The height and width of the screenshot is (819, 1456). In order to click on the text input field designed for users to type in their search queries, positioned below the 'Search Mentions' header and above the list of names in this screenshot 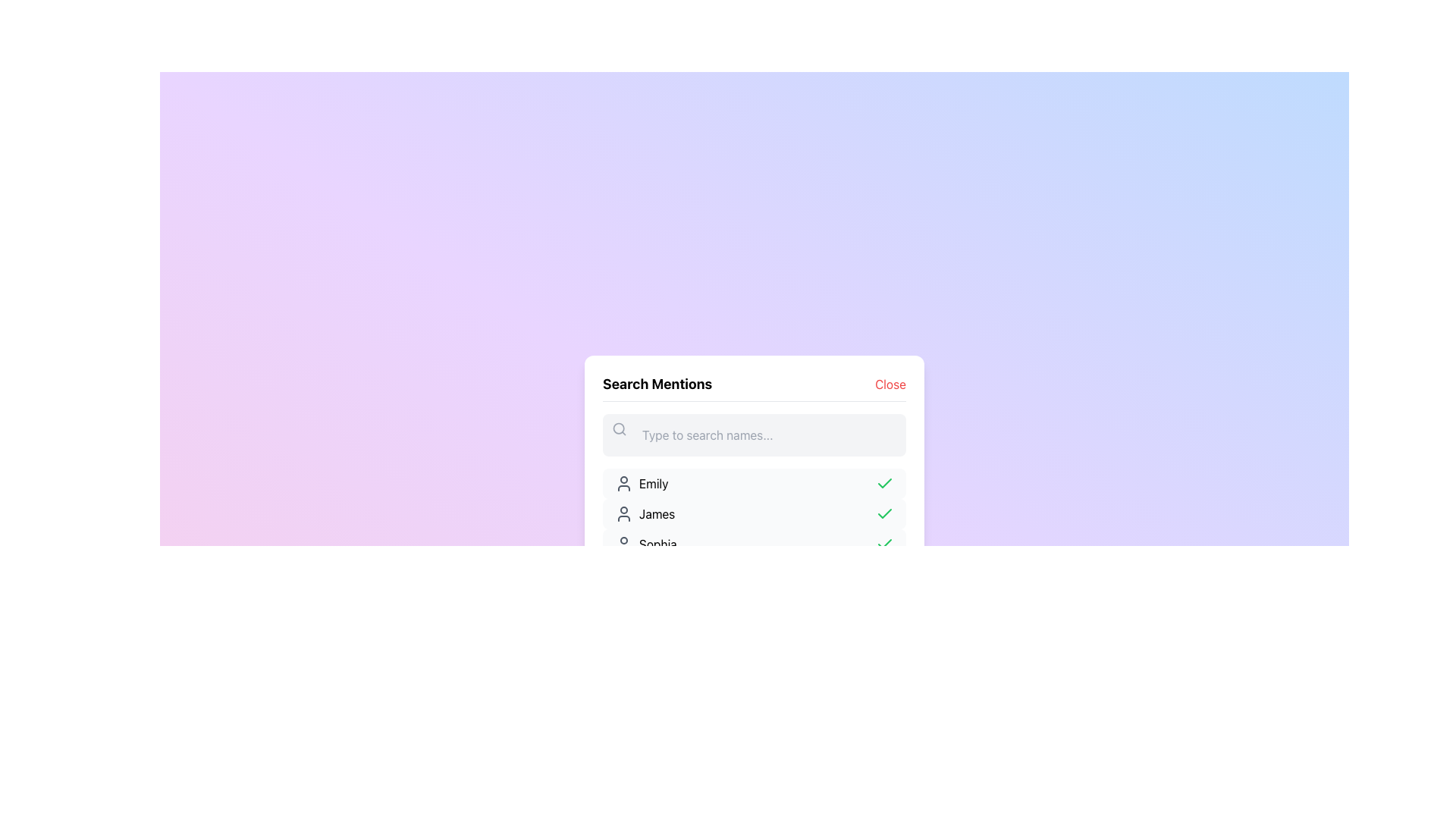, I will do `click(754, 435)`.